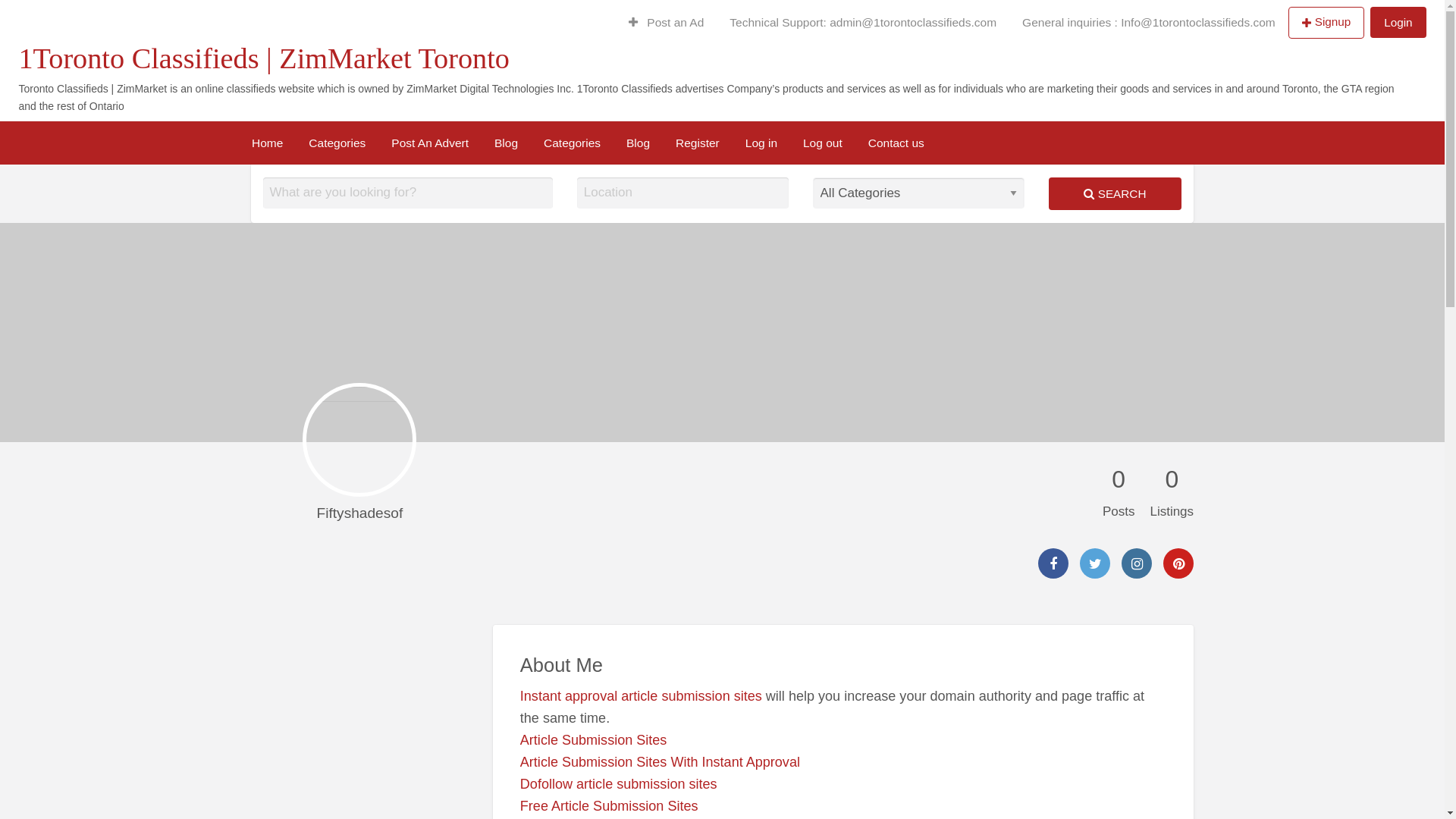  I want to click on 'Article Submission Sites With Instant Approval', so click(660, 762).